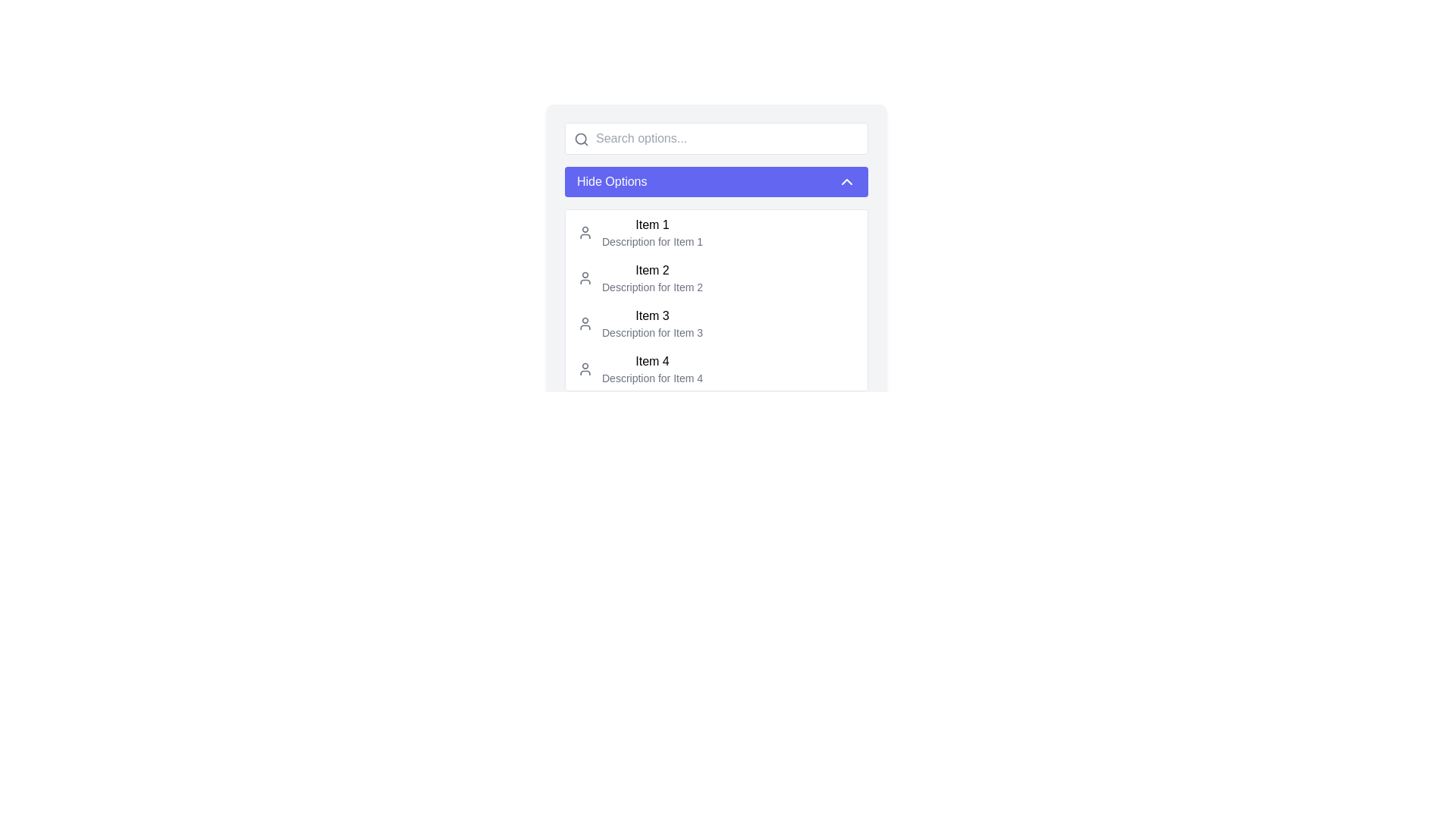 The width and height of the screenshot is (1456, 819). What do you see at coordinates (652, 323) in the screenshot?
I see `the List item with descriptive text that displays 'Item 3' in bold and 'Description for Item 3' in a smaller font` at bounding box center [652, 323].